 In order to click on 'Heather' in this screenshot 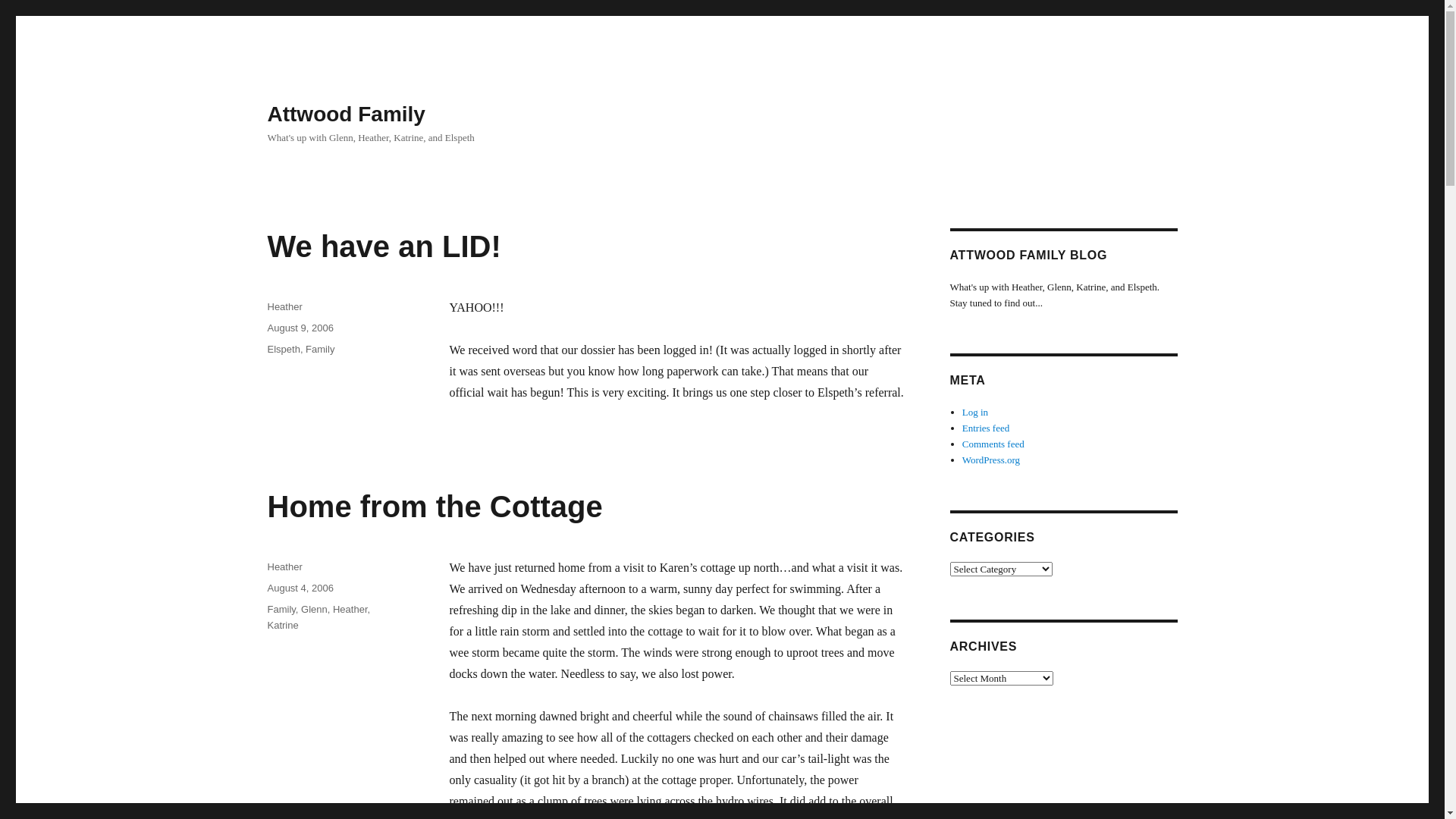, I will do `click(284, 306)`.